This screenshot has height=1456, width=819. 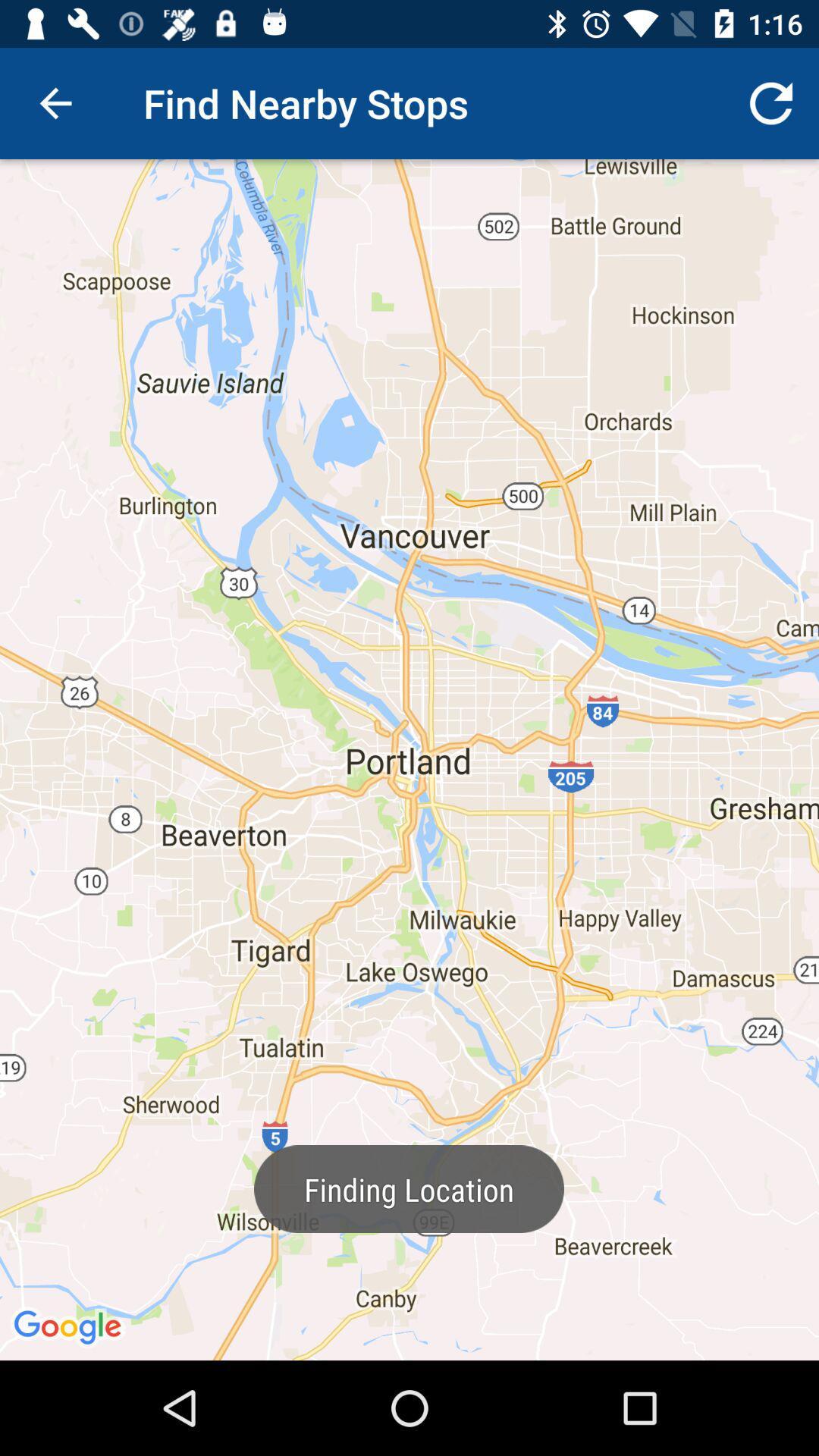 What do you see at coordinates (55, 102) in the screenshot?
I see `the item at the top left corner` at bounding box center [55, 102].